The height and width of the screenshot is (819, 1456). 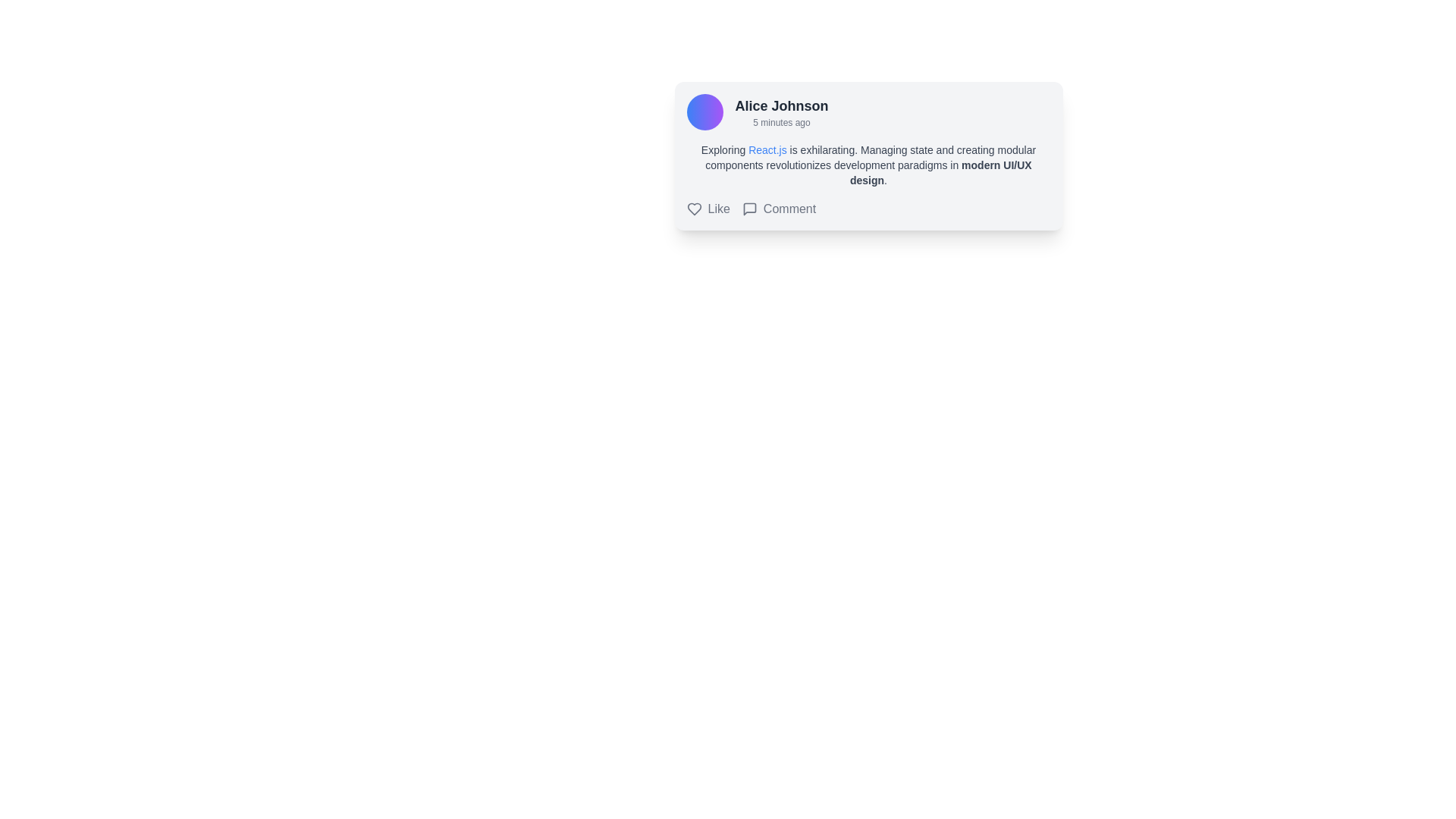 What do you see at coordinates (782, 111) in the screenshot?
I see `username and timestamp displayed in bold and smaller font respectively, located on the left side of the card next to a circular avatar image` at bounding box center [782, 111].